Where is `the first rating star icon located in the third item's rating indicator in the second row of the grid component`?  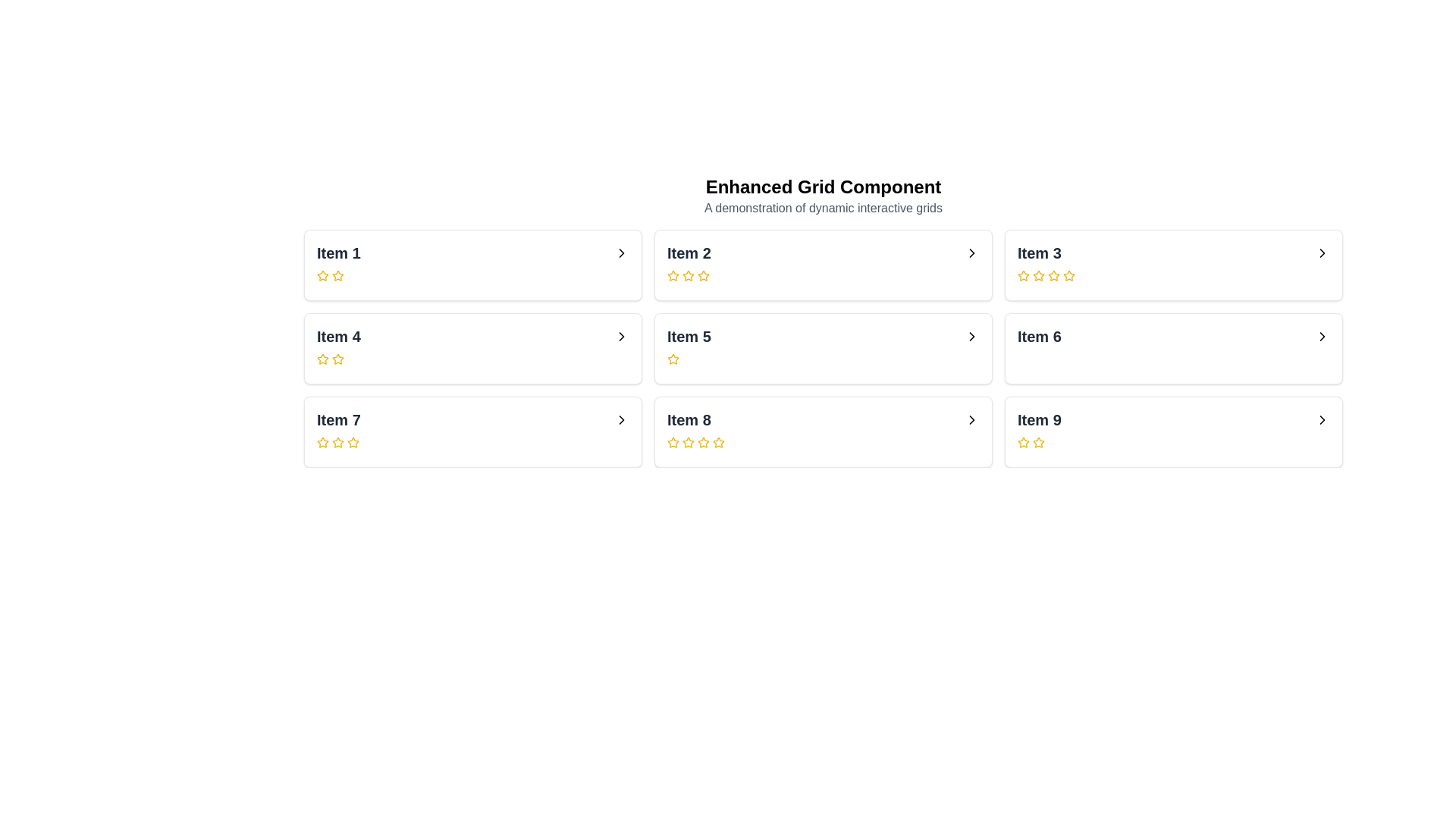
the first rating star icon located in the third item's rating indicator in the second row of the grid component is located at coordinates (1037, 275).